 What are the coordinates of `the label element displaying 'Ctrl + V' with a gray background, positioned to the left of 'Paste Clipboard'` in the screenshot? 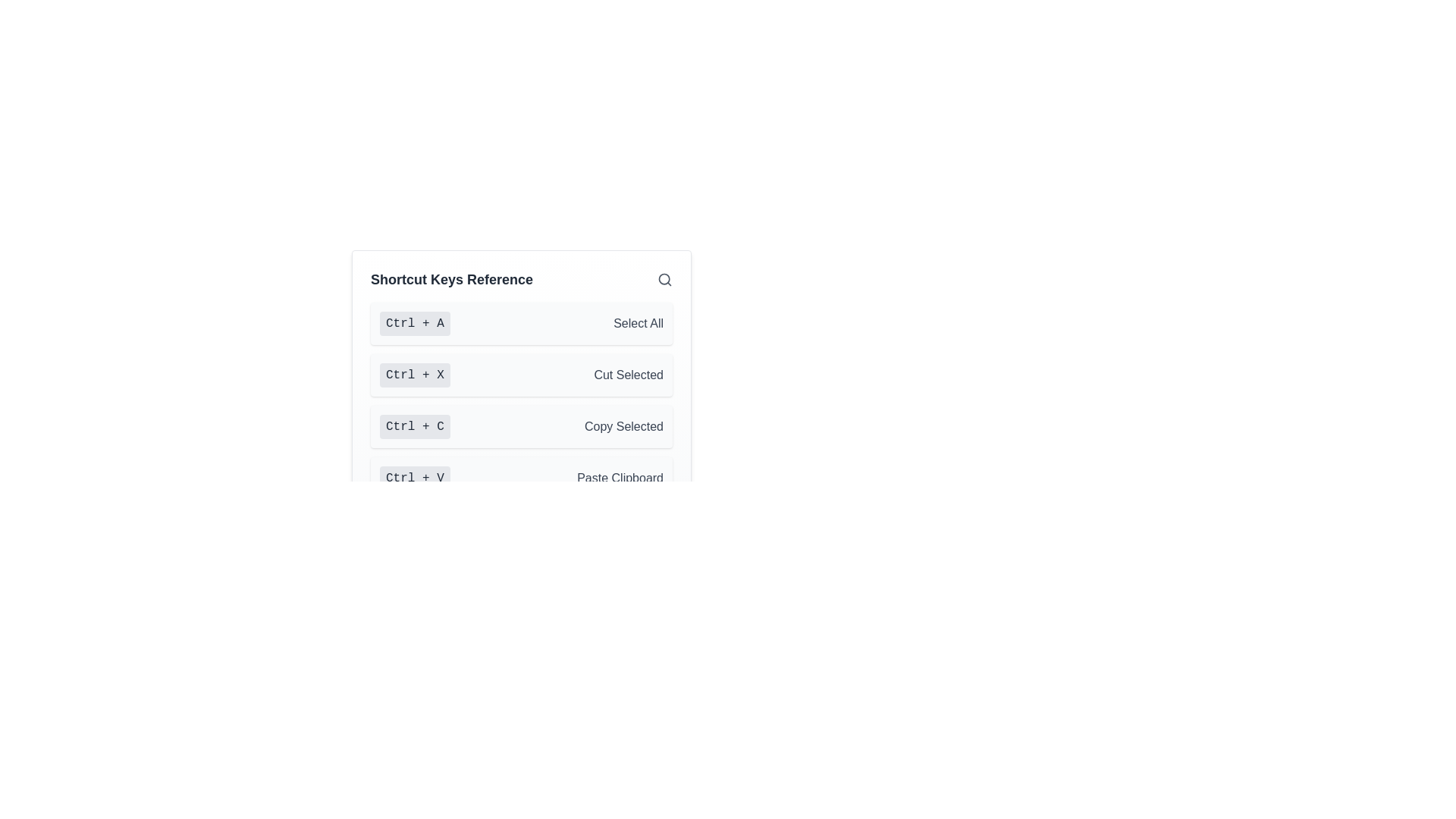 It's located at (415, 479).